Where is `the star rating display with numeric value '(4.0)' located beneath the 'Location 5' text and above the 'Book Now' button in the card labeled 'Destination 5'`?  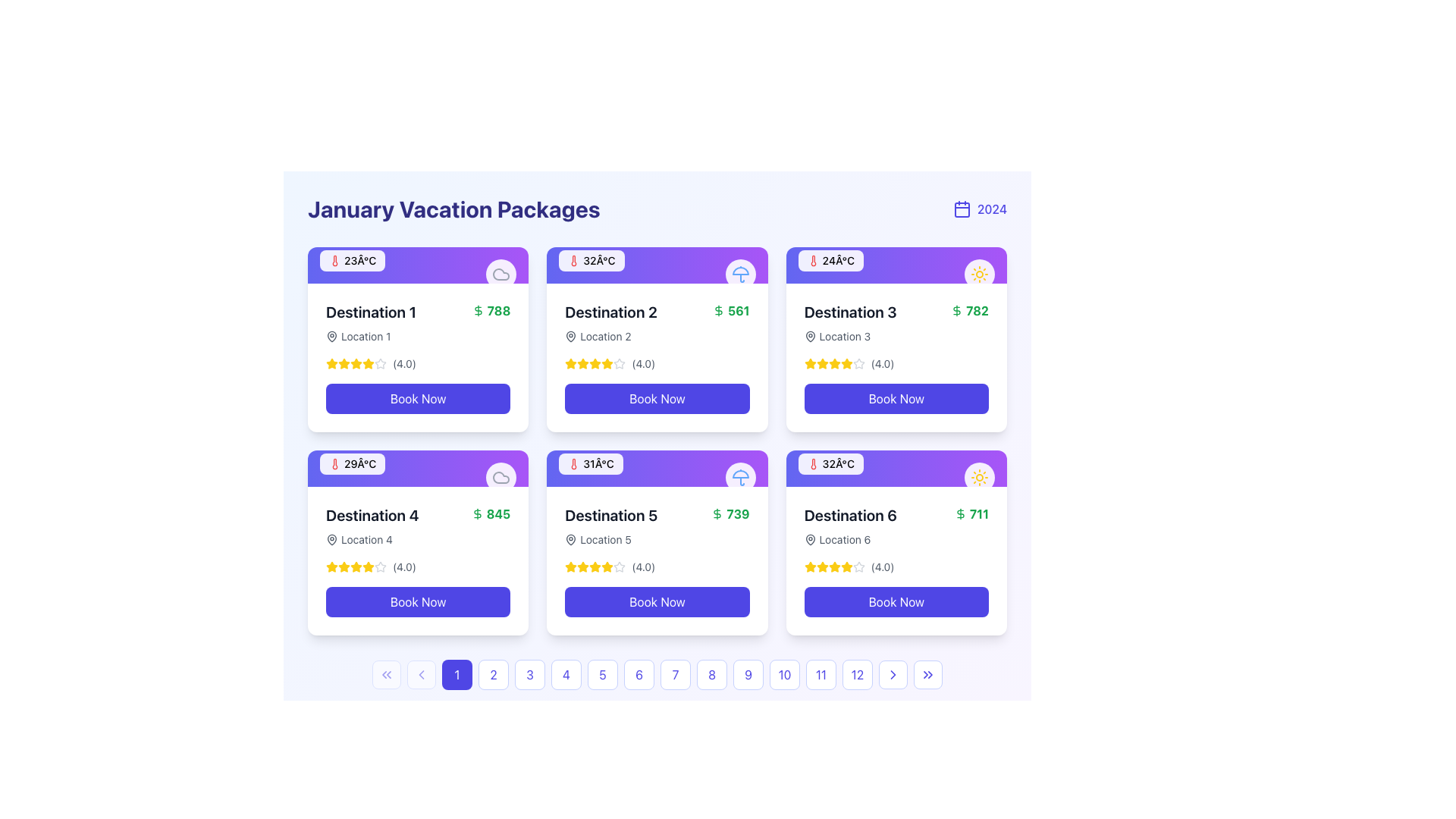
the star rating display with numeric value '(4.0)' located beneath the 'Location 5' text and above the 'Book Now' button in the card labeled 'Destination 5' is located at coordinates (657, 567).